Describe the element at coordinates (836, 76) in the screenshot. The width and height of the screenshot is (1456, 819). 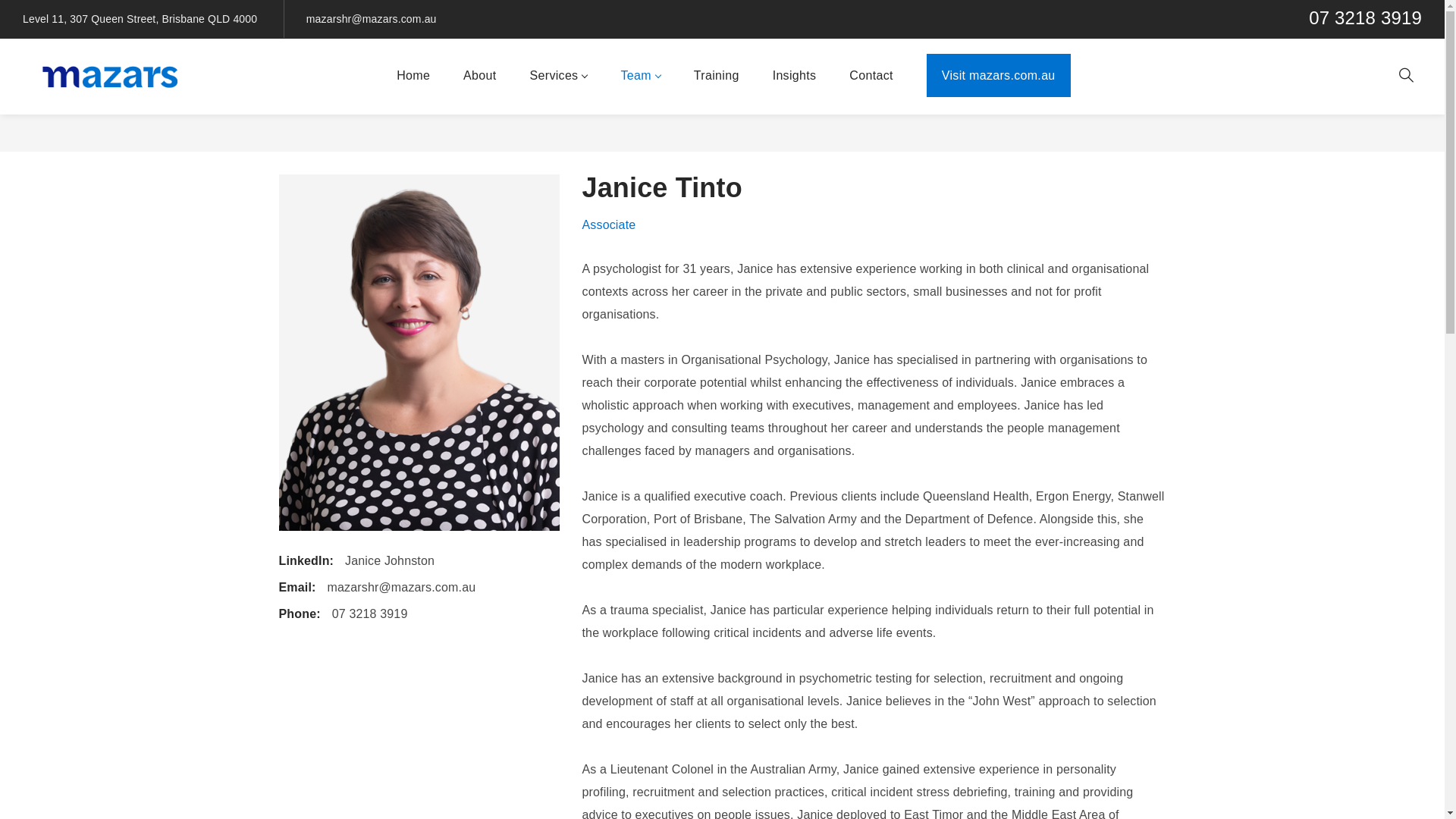
I see `'Contact'` at that location.